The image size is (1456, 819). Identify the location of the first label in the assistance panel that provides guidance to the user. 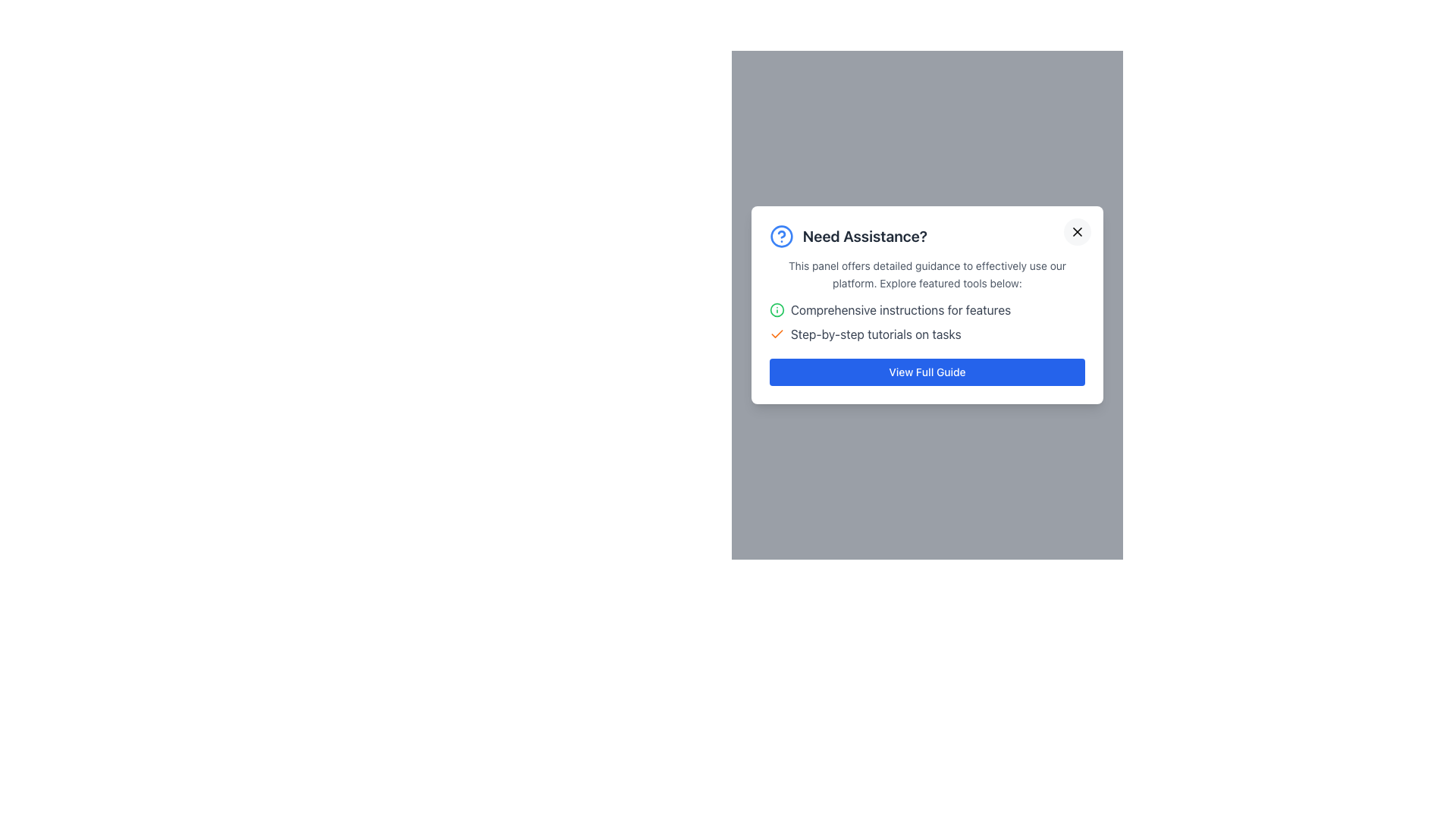
(927, 309).